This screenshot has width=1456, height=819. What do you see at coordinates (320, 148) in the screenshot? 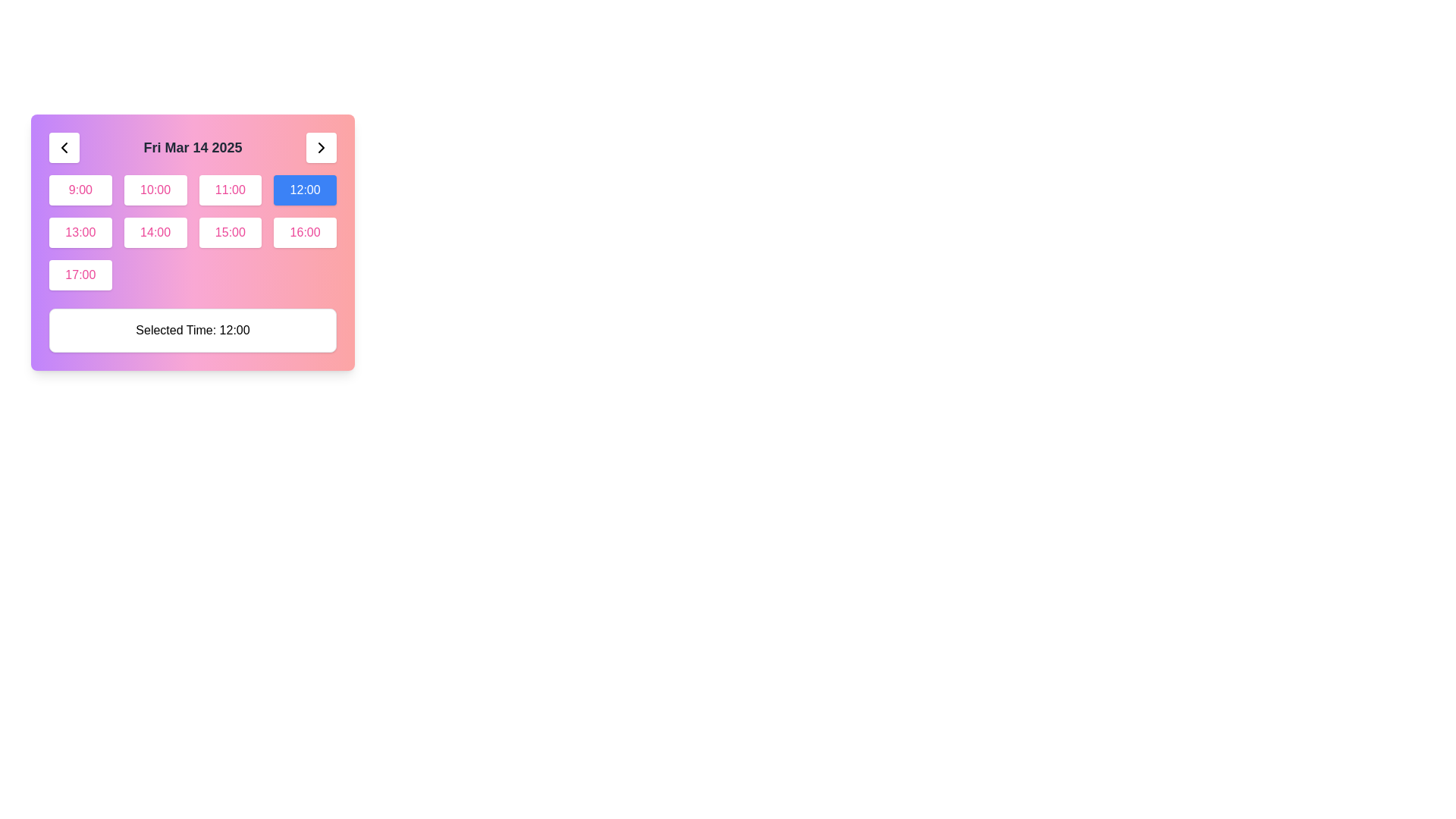
I see `the right-facing chevron arrow icon button, which is located at the top-right corner of the calendar interface` at bounding box center [320, 148].